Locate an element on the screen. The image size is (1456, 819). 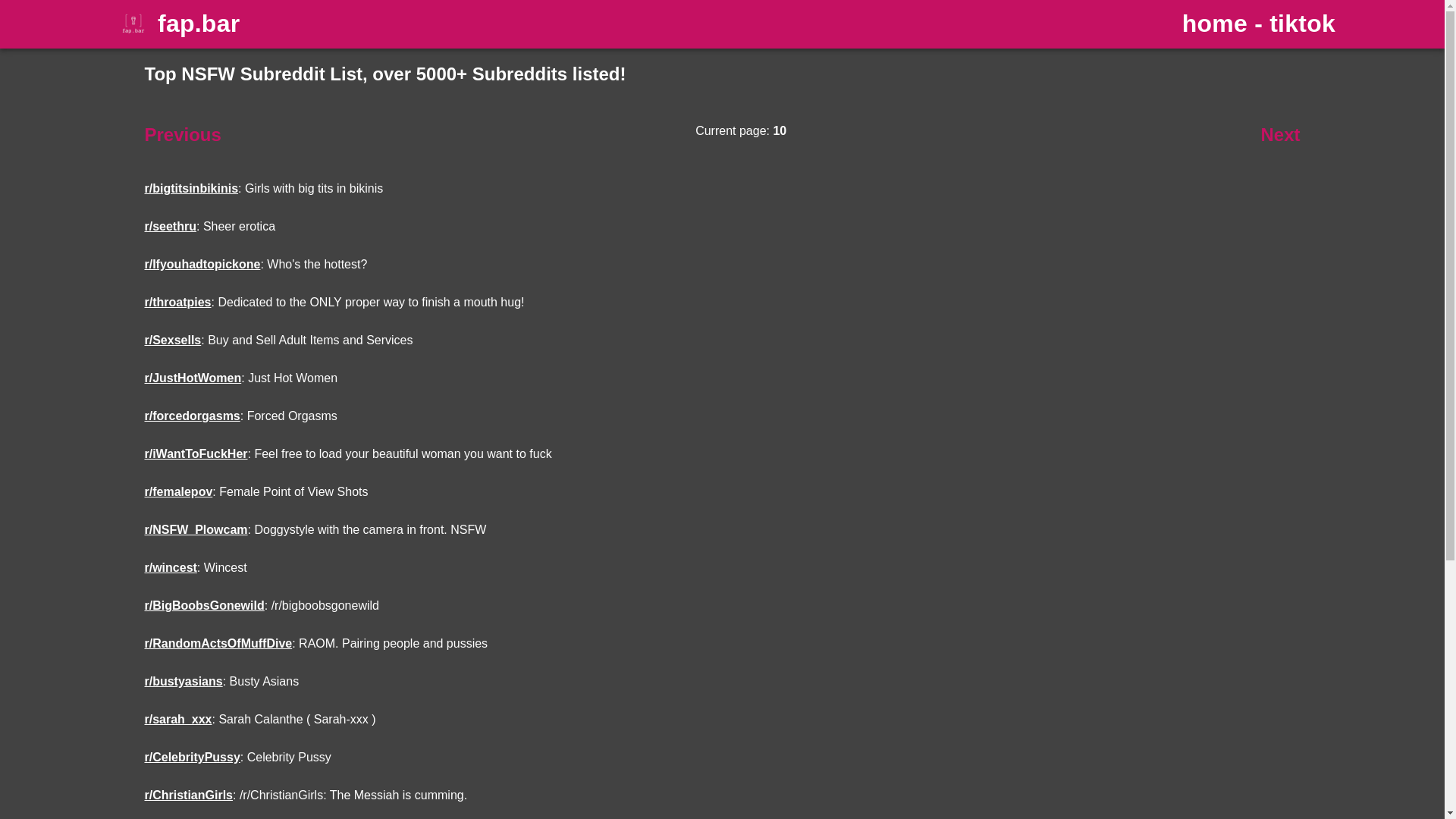
'r/throatpies' is located at coordinates (177, 302).